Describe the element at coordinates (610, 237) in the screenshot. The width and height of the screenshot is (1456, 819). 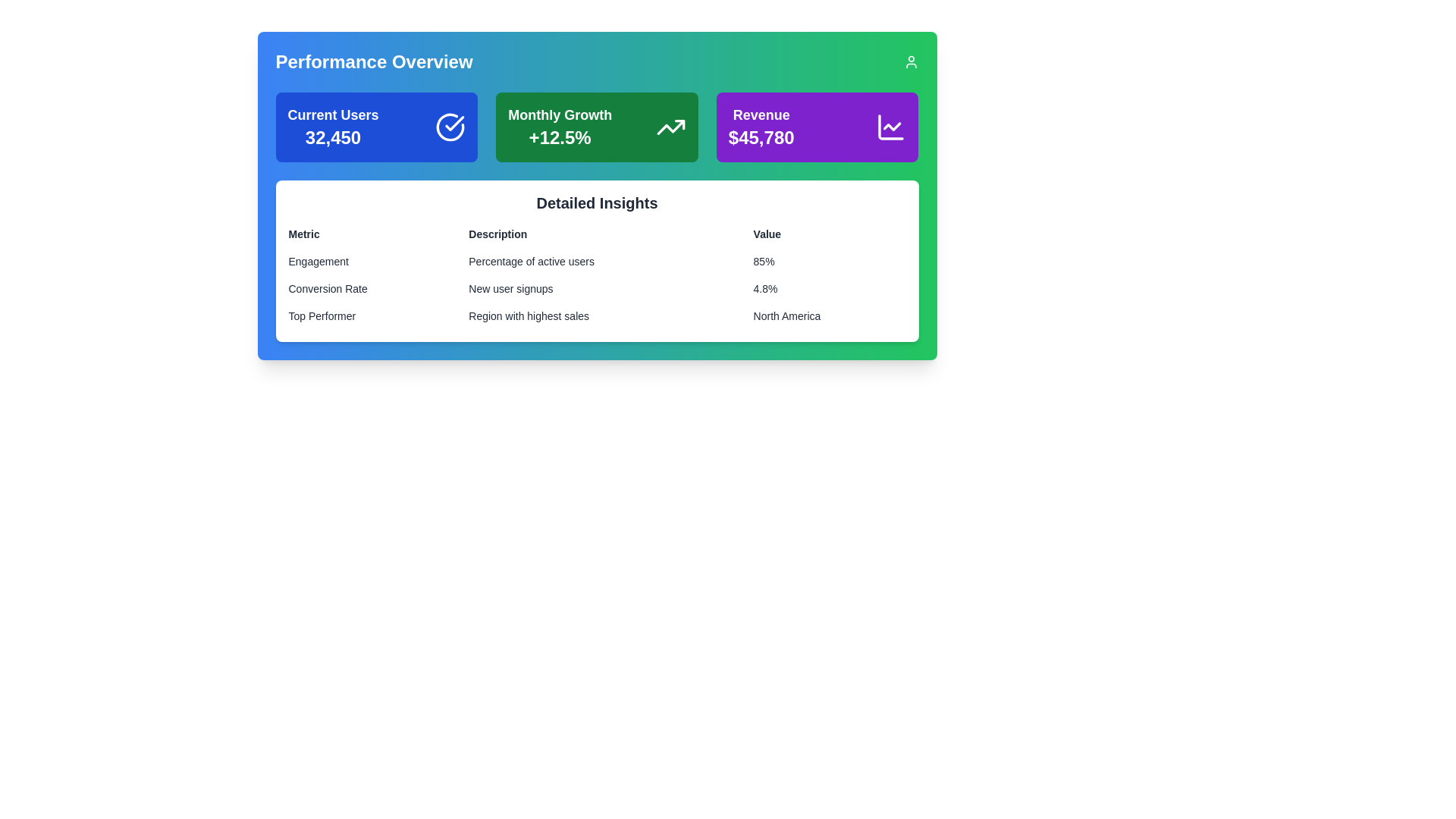
I see `the 'Description' text label` at that location.